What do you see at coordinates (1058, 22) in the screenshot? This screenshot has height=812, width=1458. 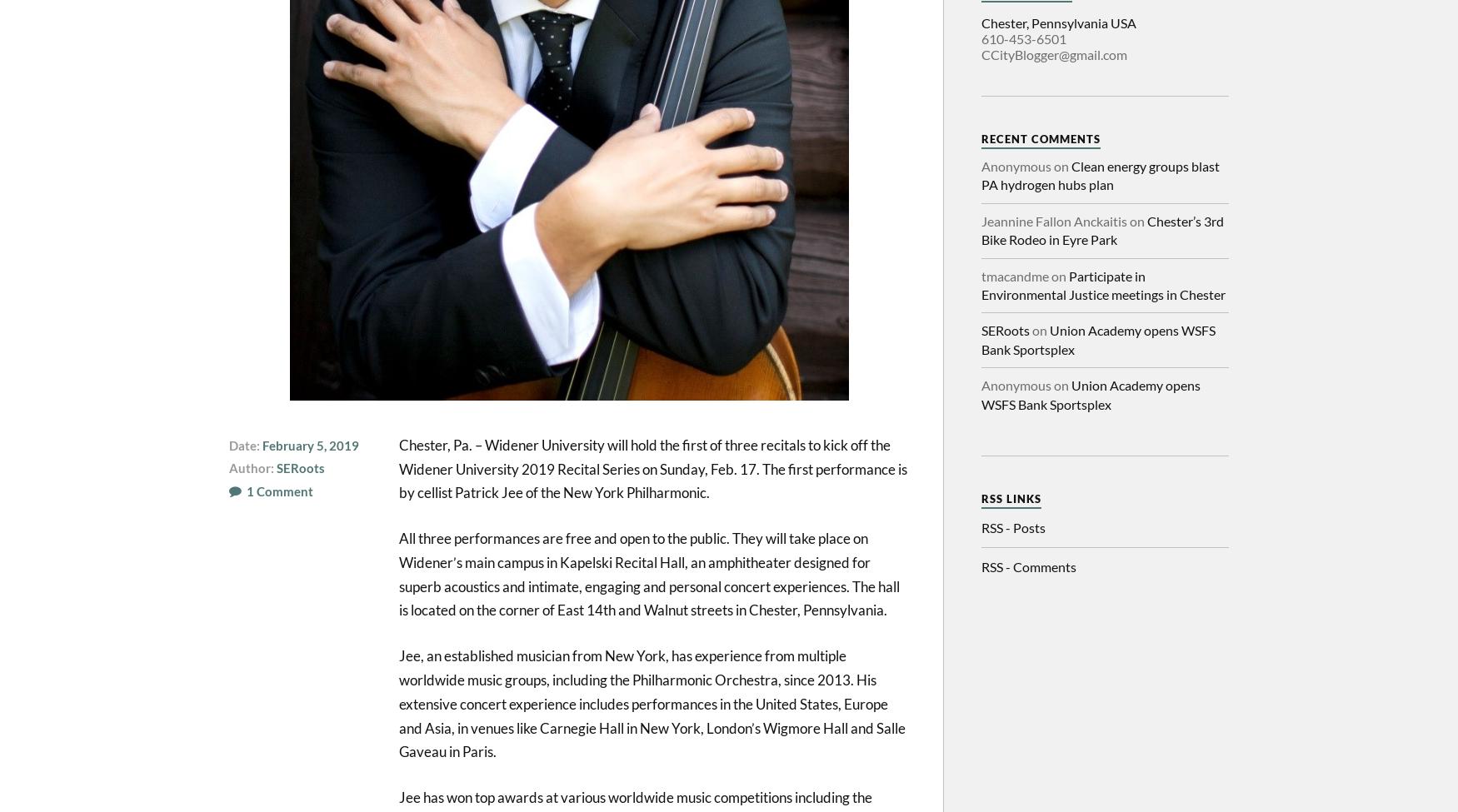 I see `'Chester, Pennsylvania USA'` at bounding box center [1058, 22].